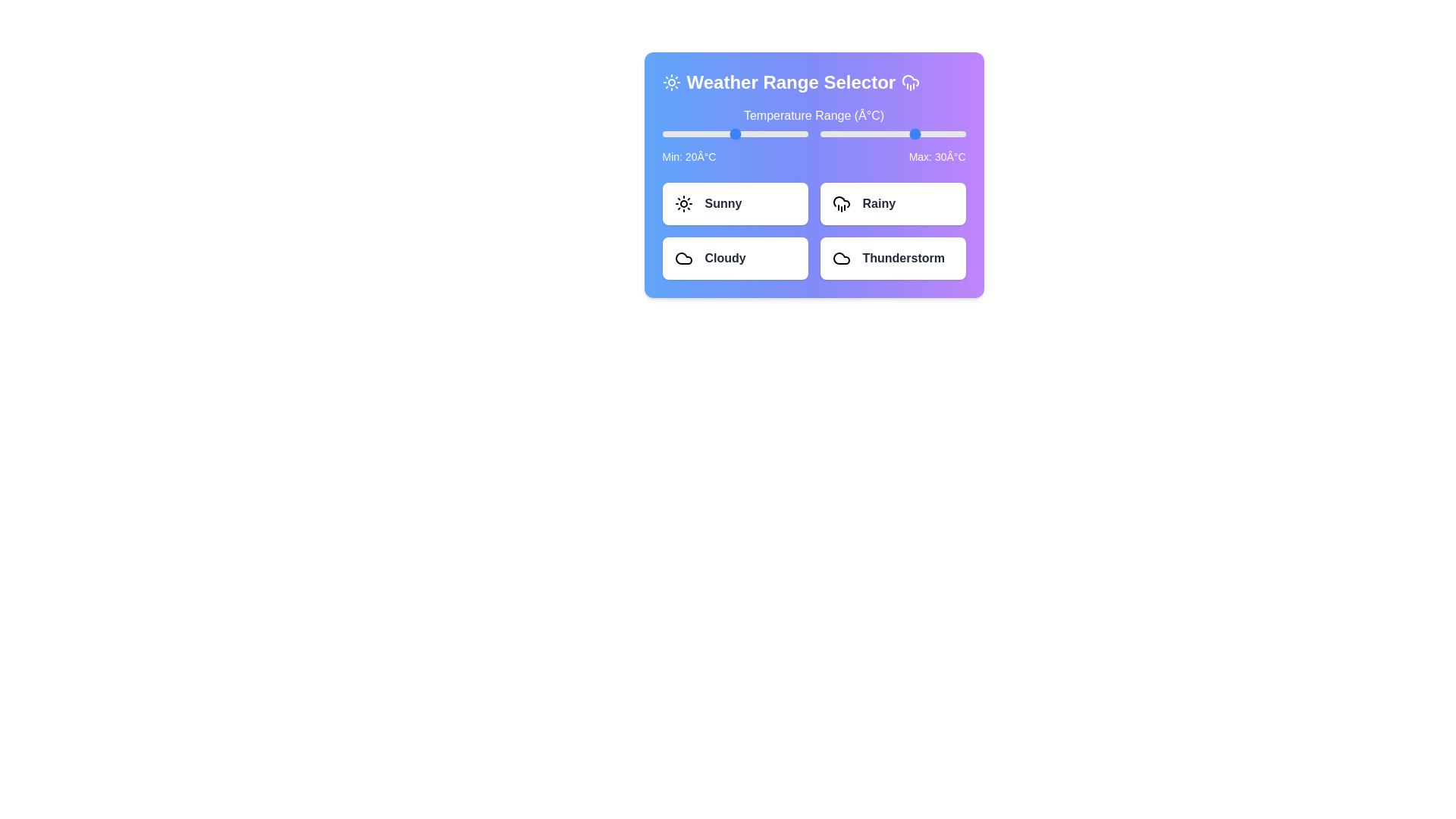  I want to click on the maximum temperature slider to 4°C, so click(854, 133).